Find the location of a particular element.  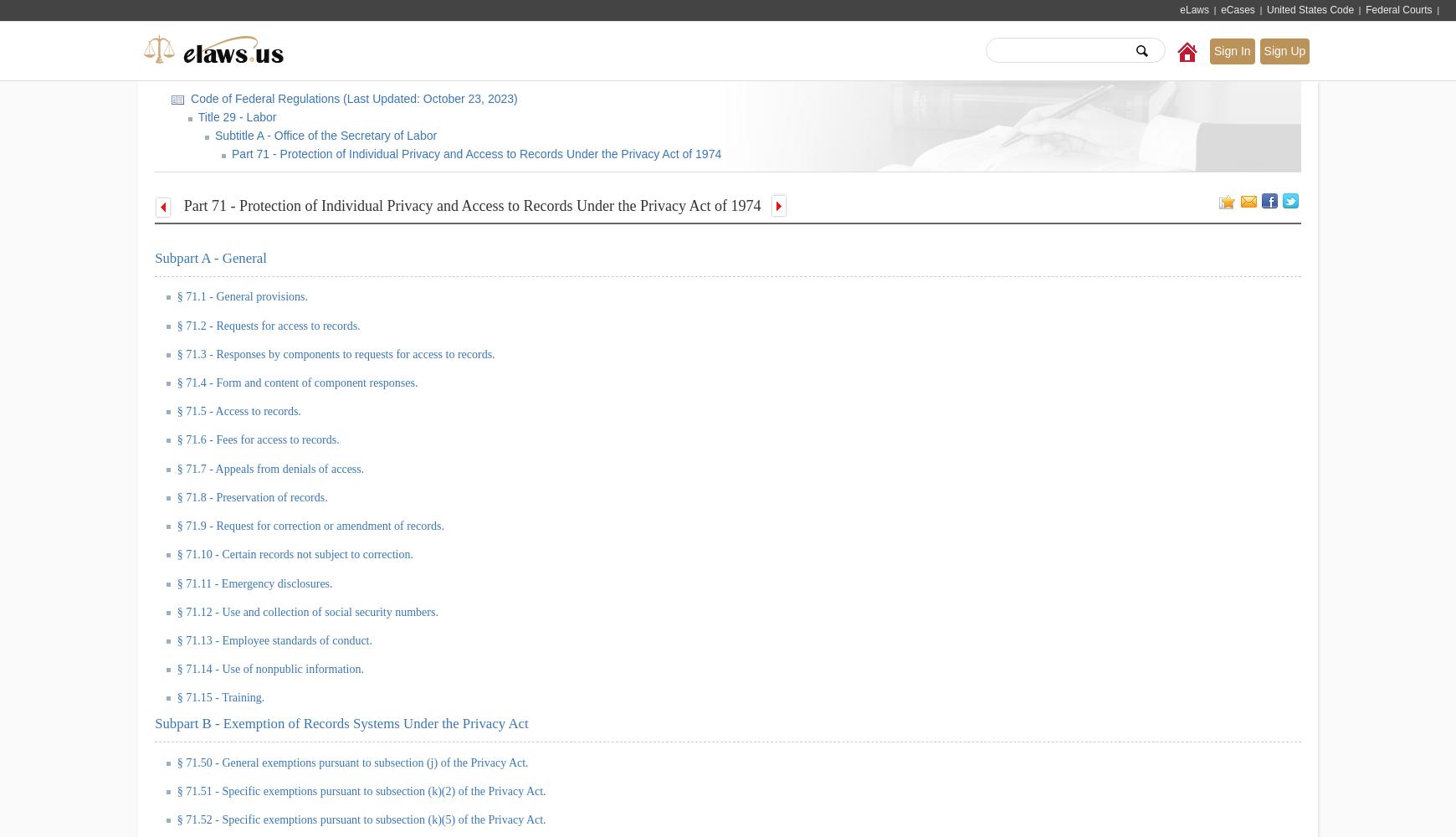

'Code of Federal Regulations (Last Updated: October 23, 2023)' is located at coordinates (187, 98).